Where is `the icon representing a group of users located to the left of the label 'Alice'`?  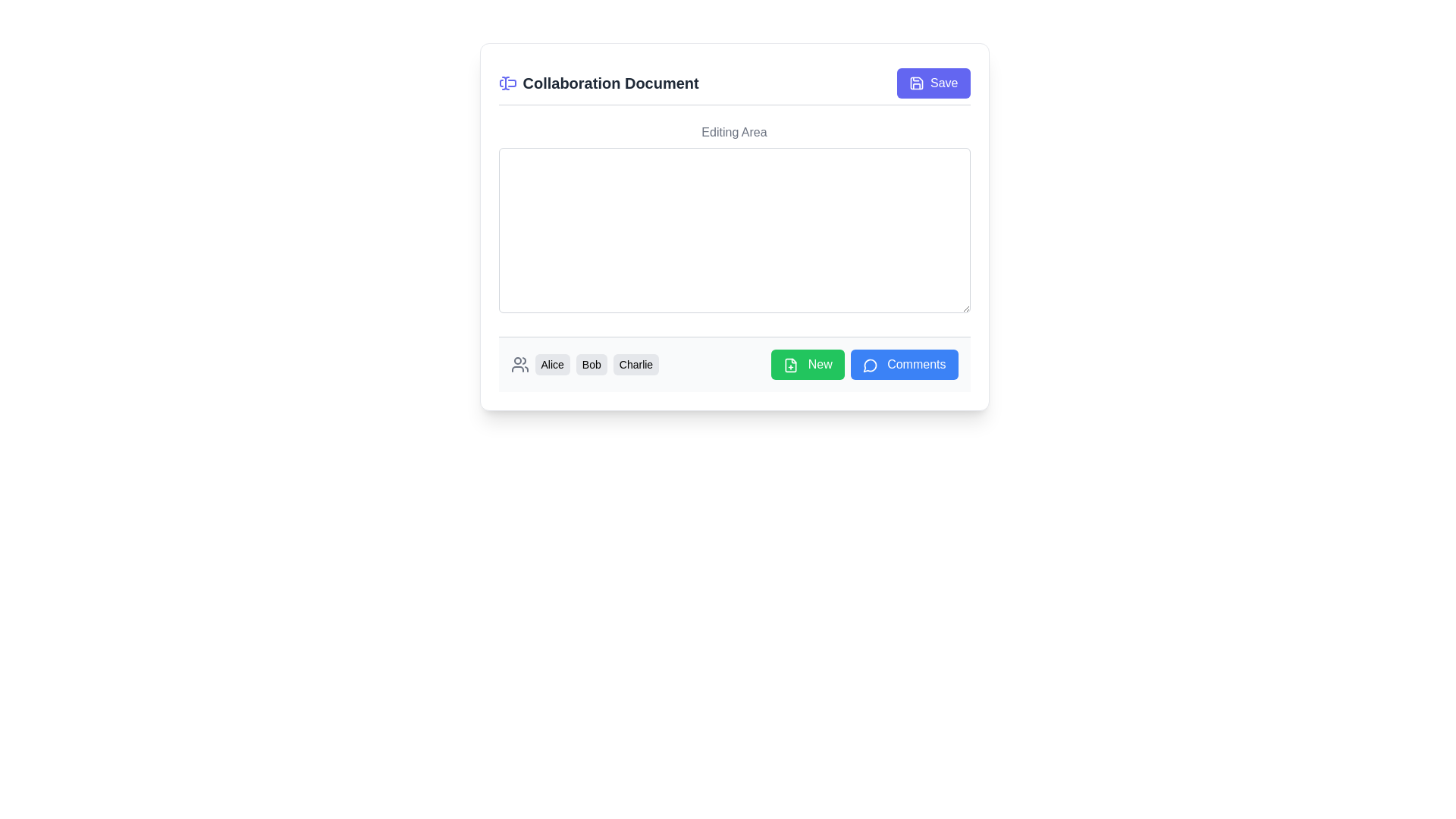
the icon representing a group of users located to the left of the label 'Alice' is located at coordinates (519, 365).